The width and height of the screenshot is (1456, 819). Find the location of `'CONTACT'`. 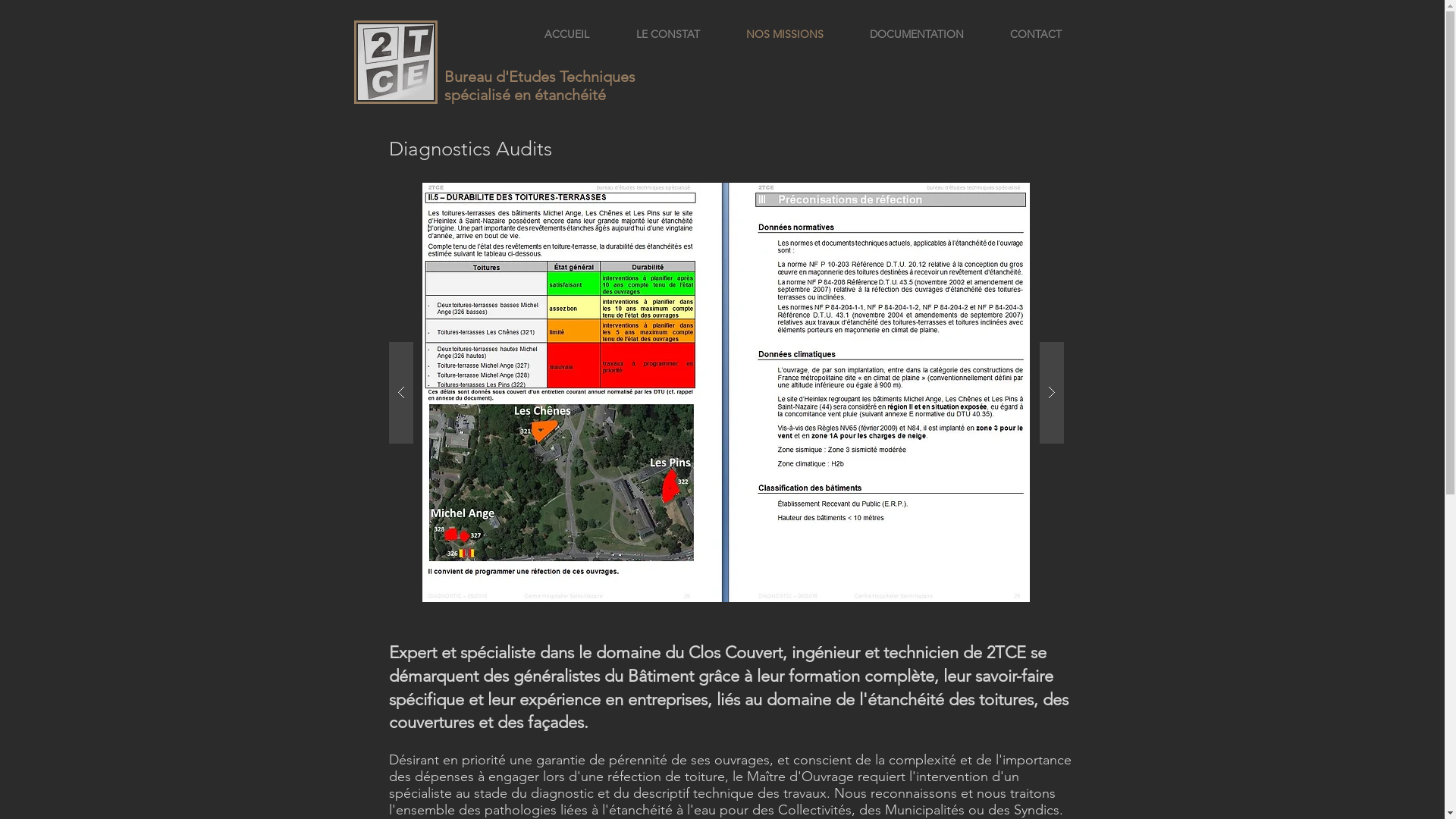

'CONTACT' is located at coordinates (1035, 34).